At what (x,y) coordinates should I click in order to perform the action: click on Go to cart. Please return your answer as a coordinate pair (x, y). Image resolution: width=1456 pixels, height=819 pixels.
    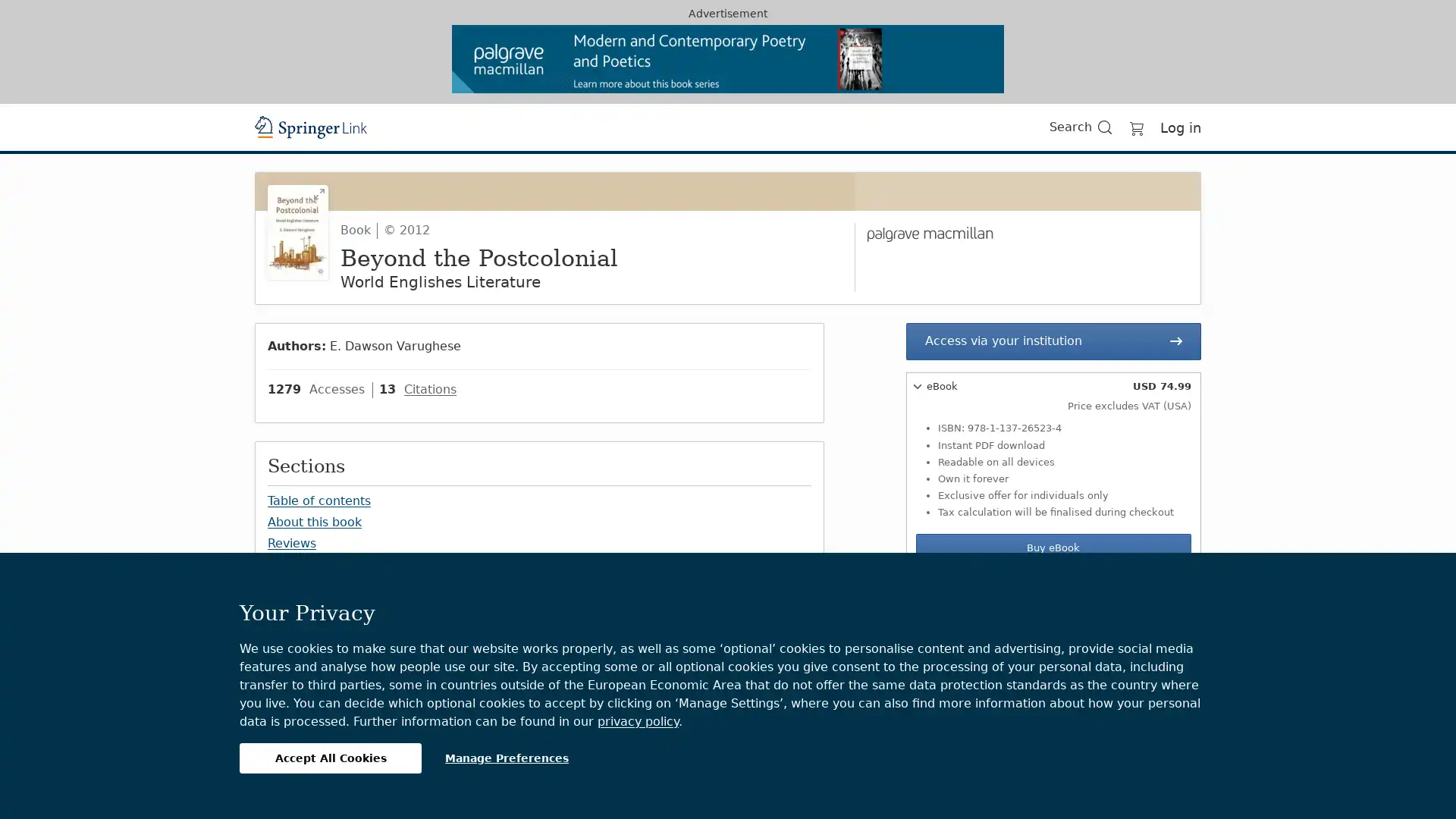
    Looking at the image, I should click on (1136, 126).